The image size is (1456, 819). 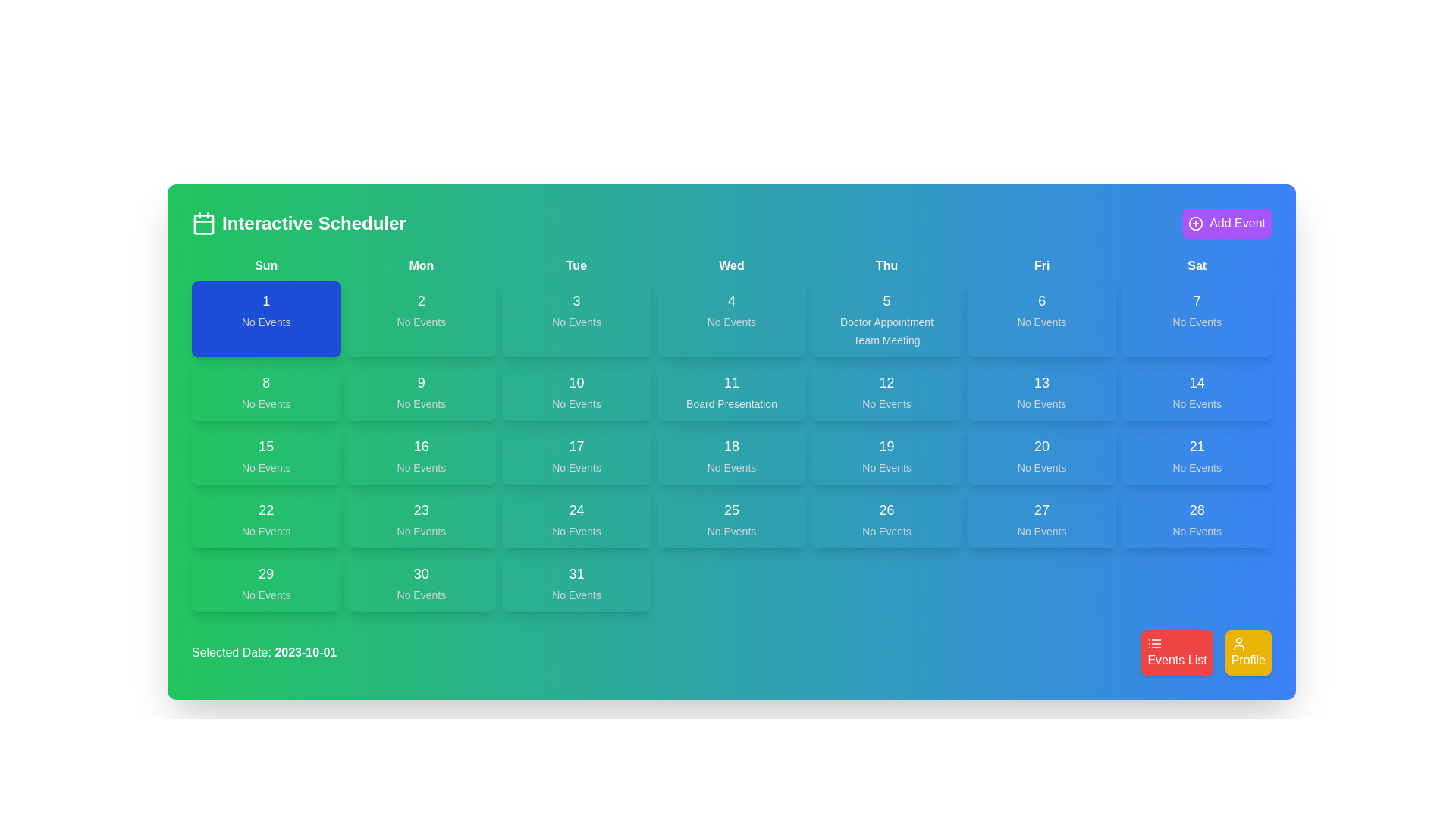 I want to click on the static text element displaying the number '1', which is styled in white bold font against a blue background, located in the first column labeled 'Sun', so click(x=266, y=301).